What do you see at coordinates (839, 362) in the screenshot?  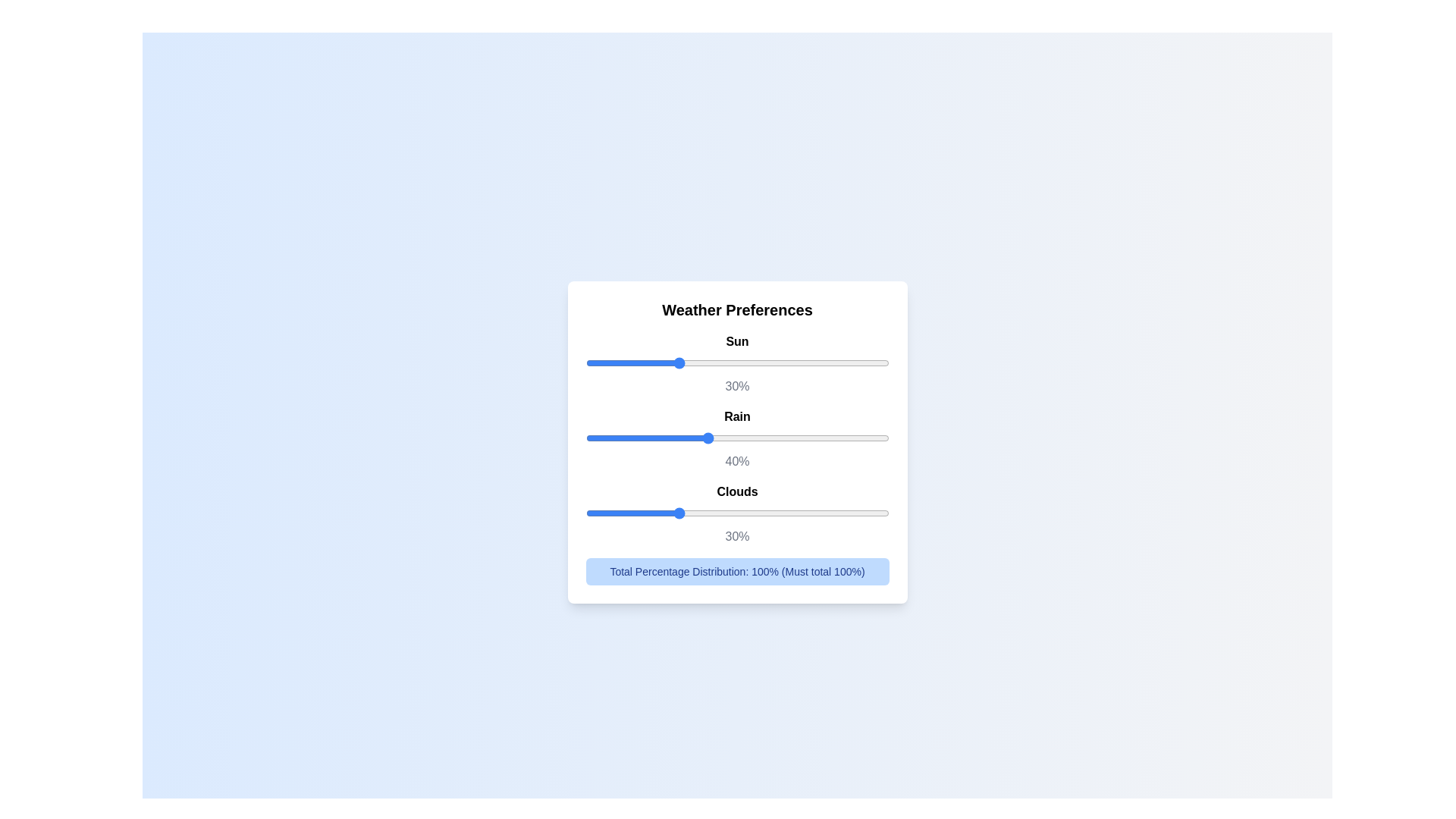 I see `the slider for 0 to set the percentage to 34` at bounding box center [839, 362].